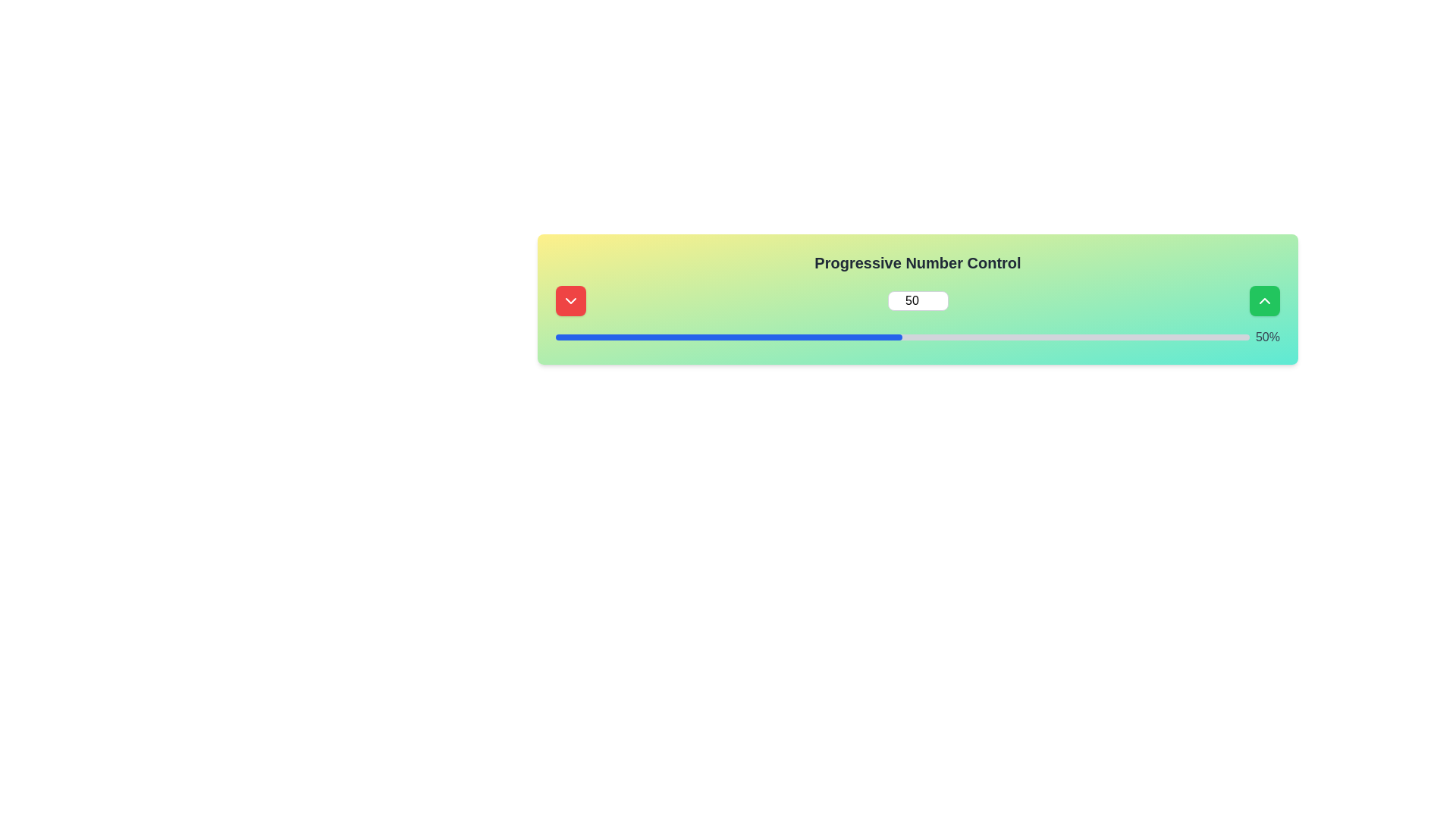 This screenshot has height=819, width=1456. I want to click on the chevron icon within the button located at the far left of the interface, so click(570, 301).